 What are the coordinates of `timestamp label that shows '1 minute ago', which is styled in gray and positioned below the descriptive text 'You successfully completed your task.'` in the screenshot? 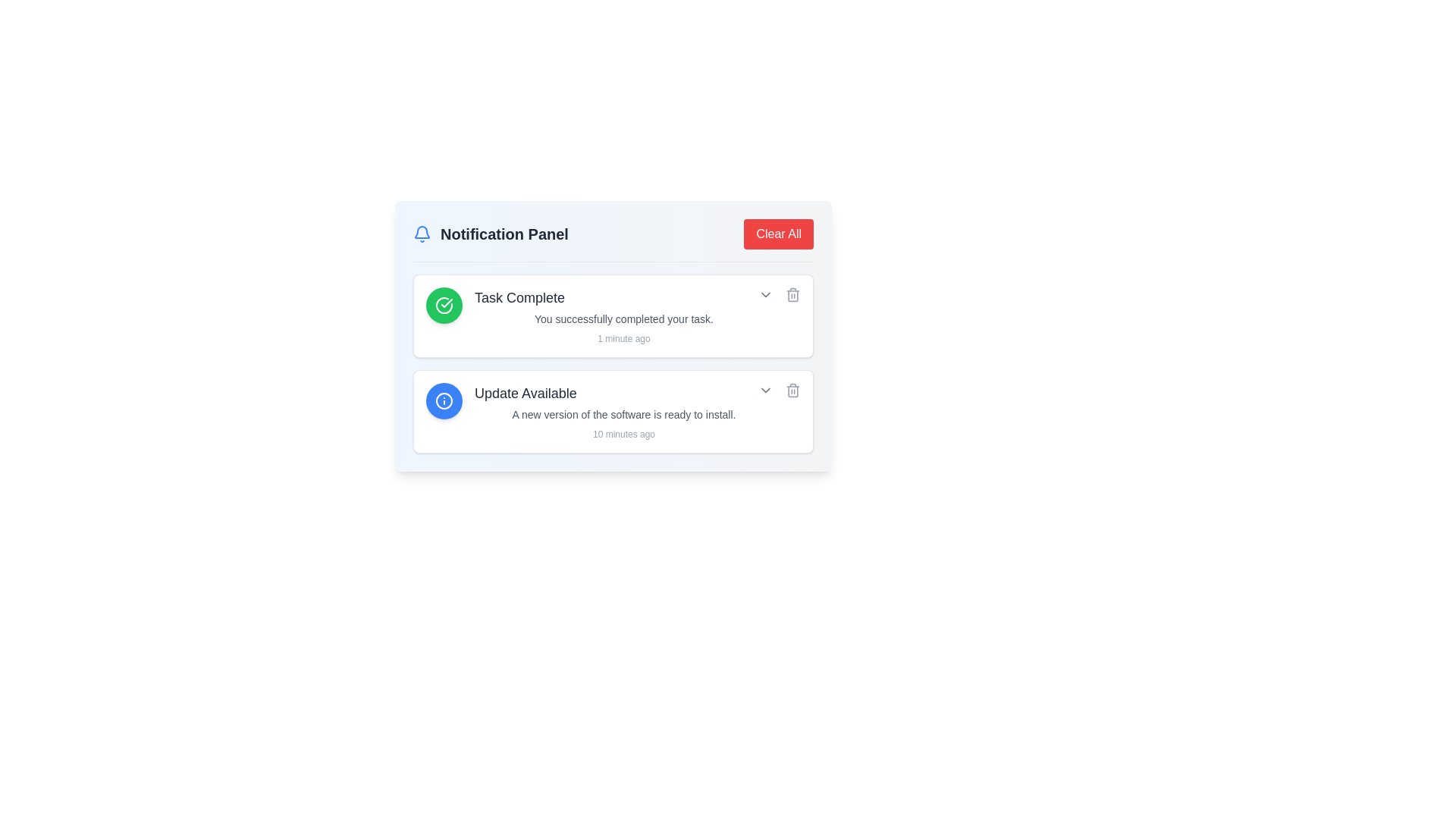 It's located at (623, 338).